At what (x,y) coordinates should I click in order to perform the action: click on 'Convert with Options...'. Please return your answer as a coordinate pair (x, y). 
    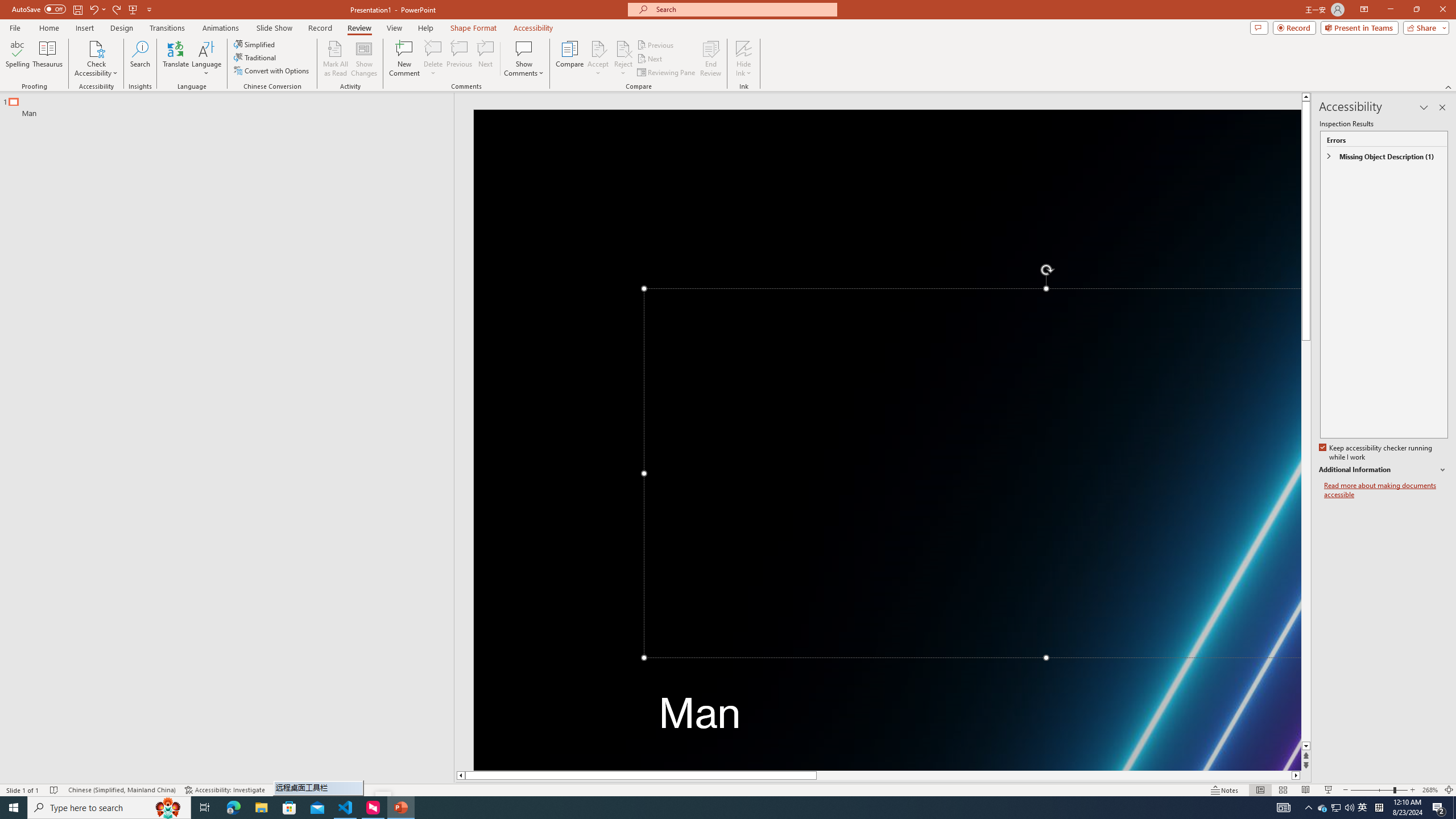
    Looking at the image, I should click on (271, 69).